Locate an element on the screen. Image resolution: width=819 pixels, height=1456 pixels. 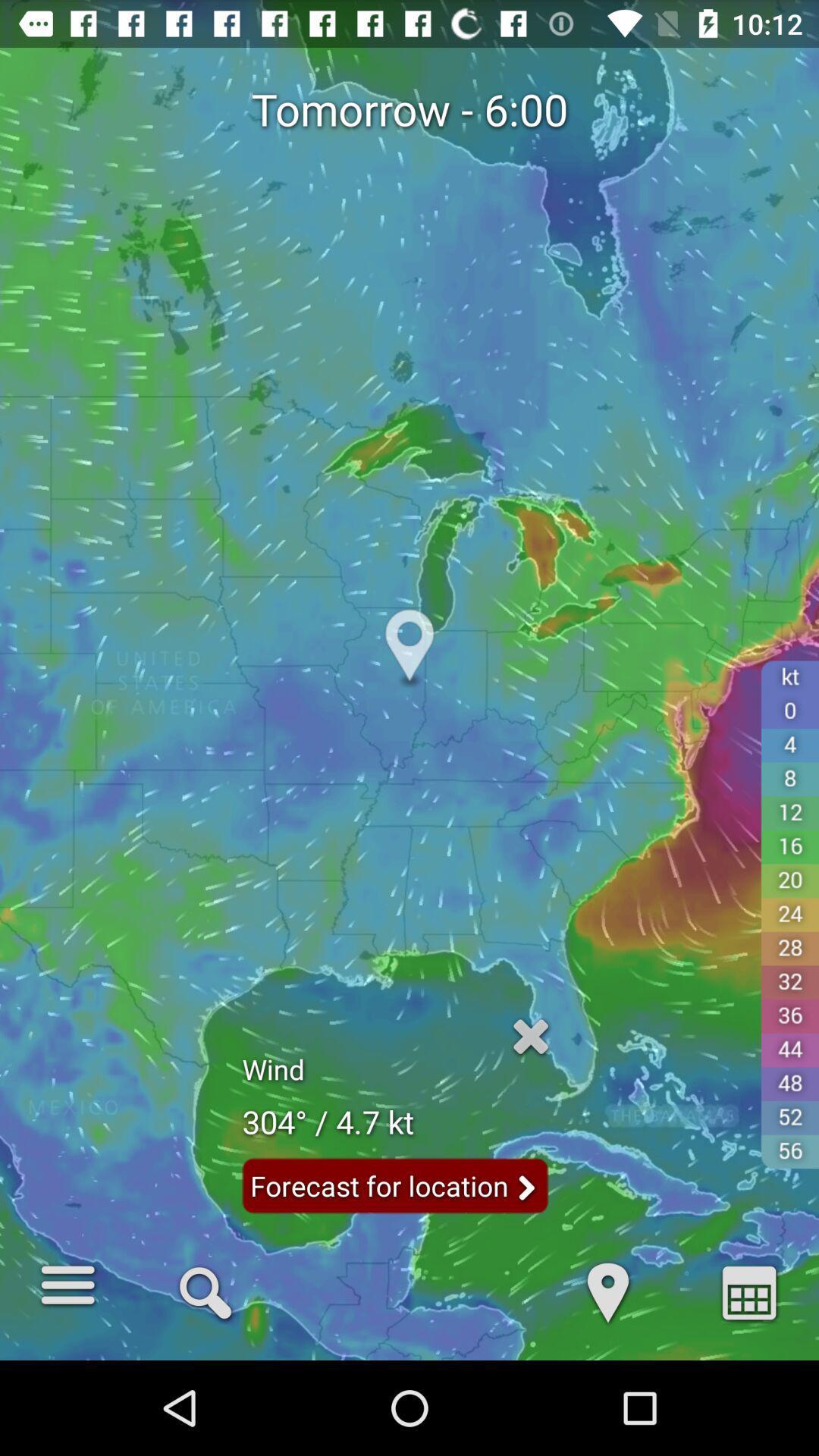
the a item is located at coordinates (748, 1291).